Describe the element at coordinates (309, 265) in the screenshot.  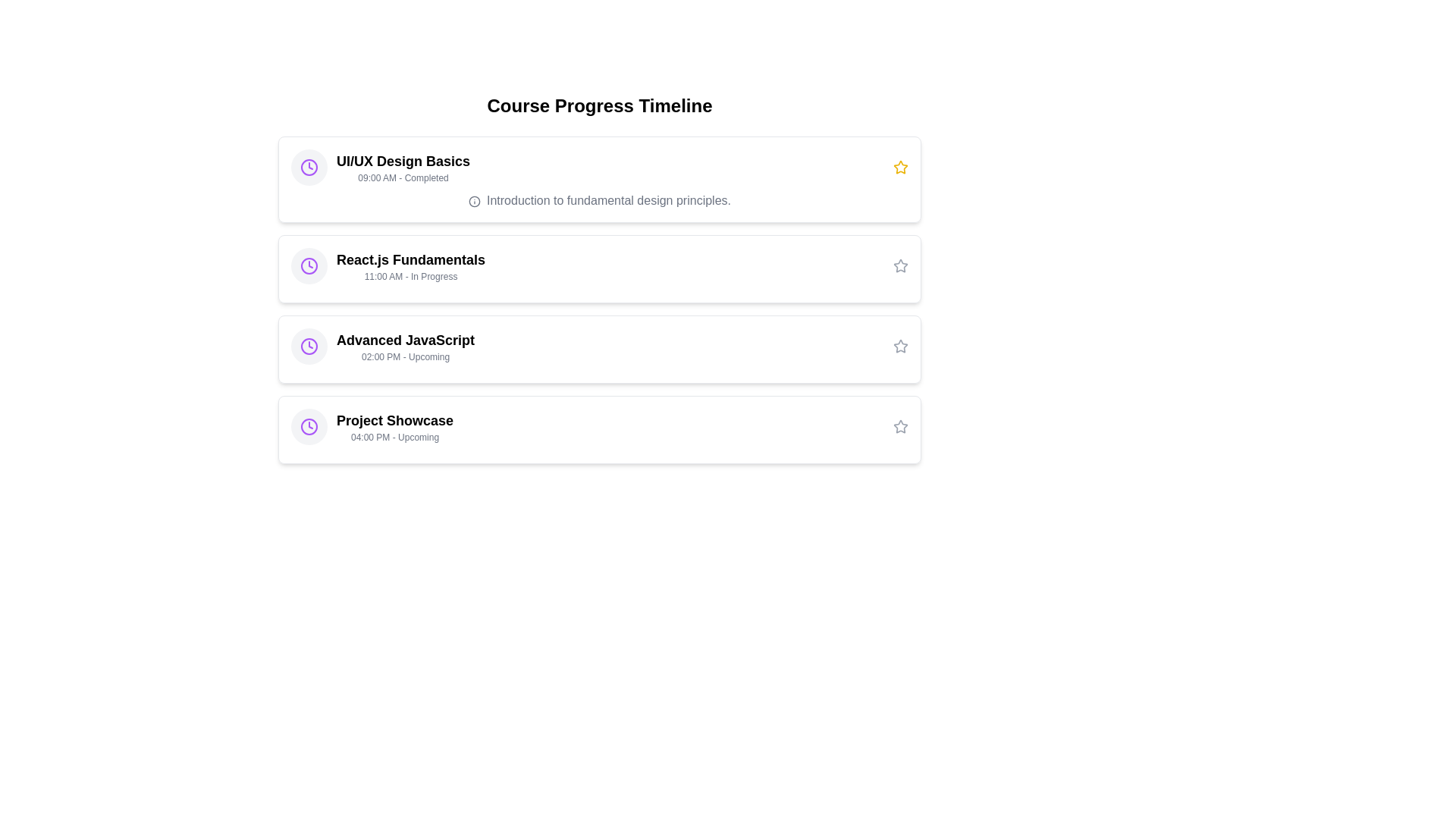
I see `the time indicator icon located to the left of the text 'React.js Fundamentals' in the row labeled 'React.js Fundamentals 11:00 AM - In Progress'` at that location.